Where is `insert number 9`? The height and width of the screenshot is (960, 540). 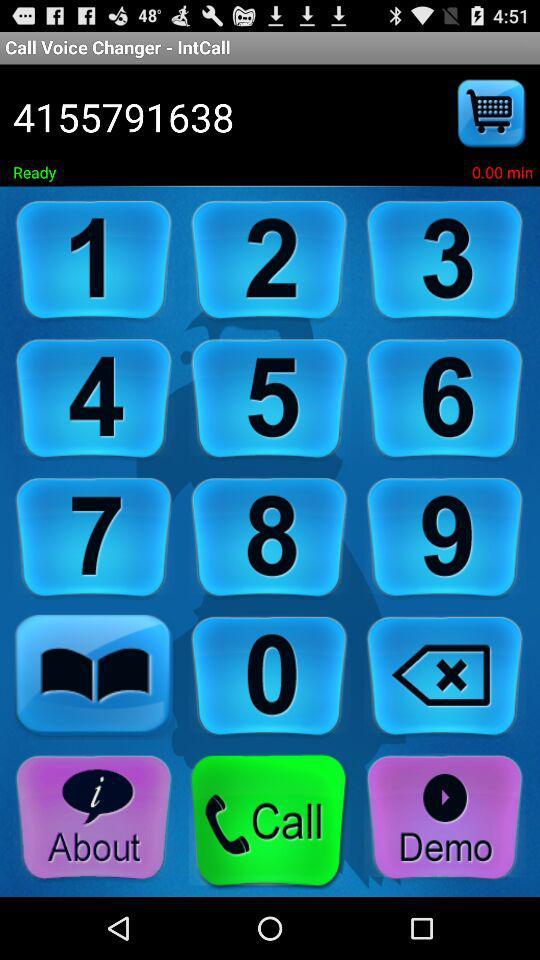 insert number 9 is located at coordinates (445, 537).